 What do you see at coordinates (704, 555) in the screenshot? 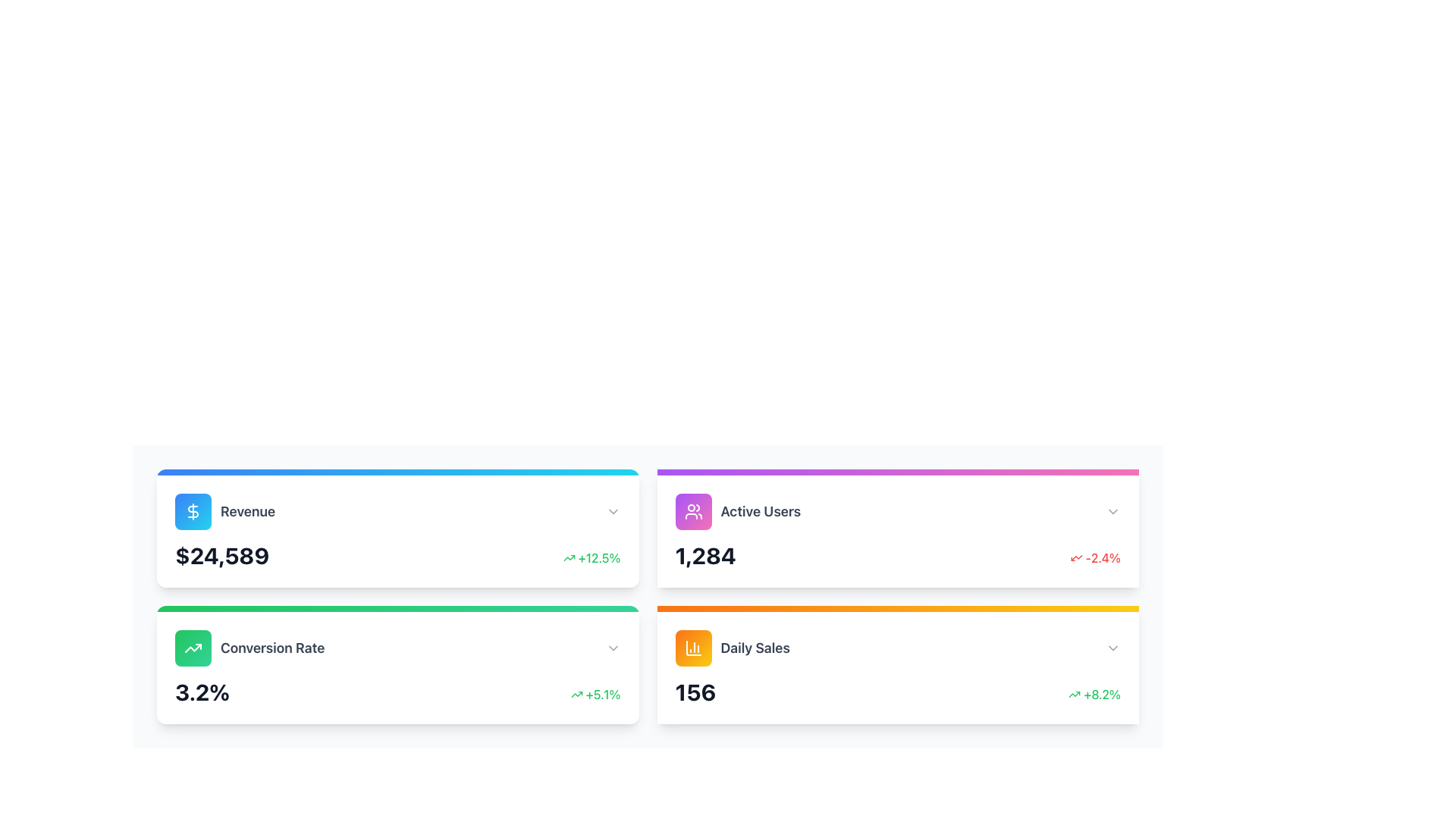
I see `the Text label displaying the value of active users located in the second card on the top row of the dashboard, labeled 'Active Users'` at bounding box center [704, 555].